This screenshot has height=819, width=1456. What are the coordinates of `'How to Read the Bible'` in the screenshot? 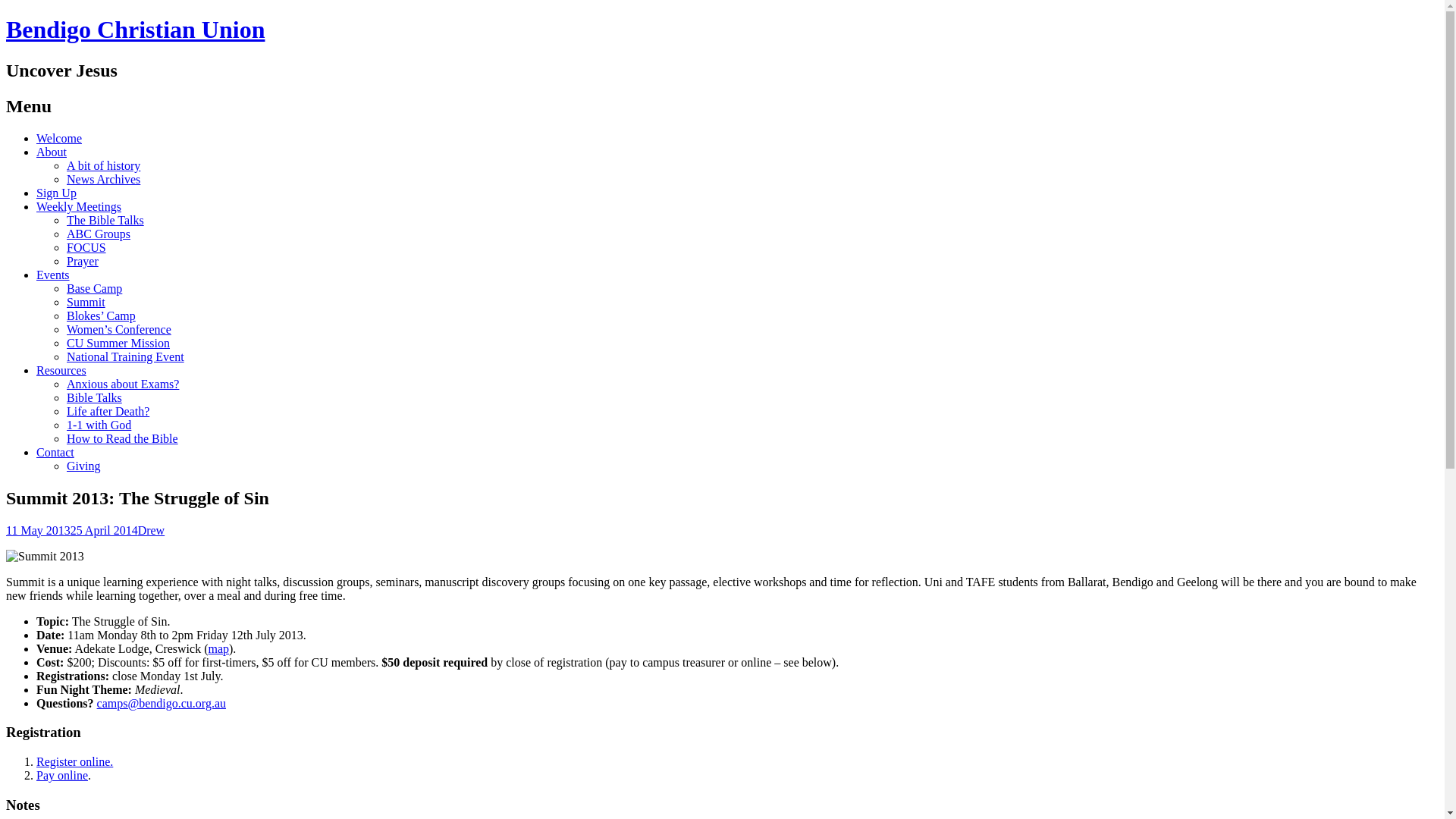 It's located at (122, 438).